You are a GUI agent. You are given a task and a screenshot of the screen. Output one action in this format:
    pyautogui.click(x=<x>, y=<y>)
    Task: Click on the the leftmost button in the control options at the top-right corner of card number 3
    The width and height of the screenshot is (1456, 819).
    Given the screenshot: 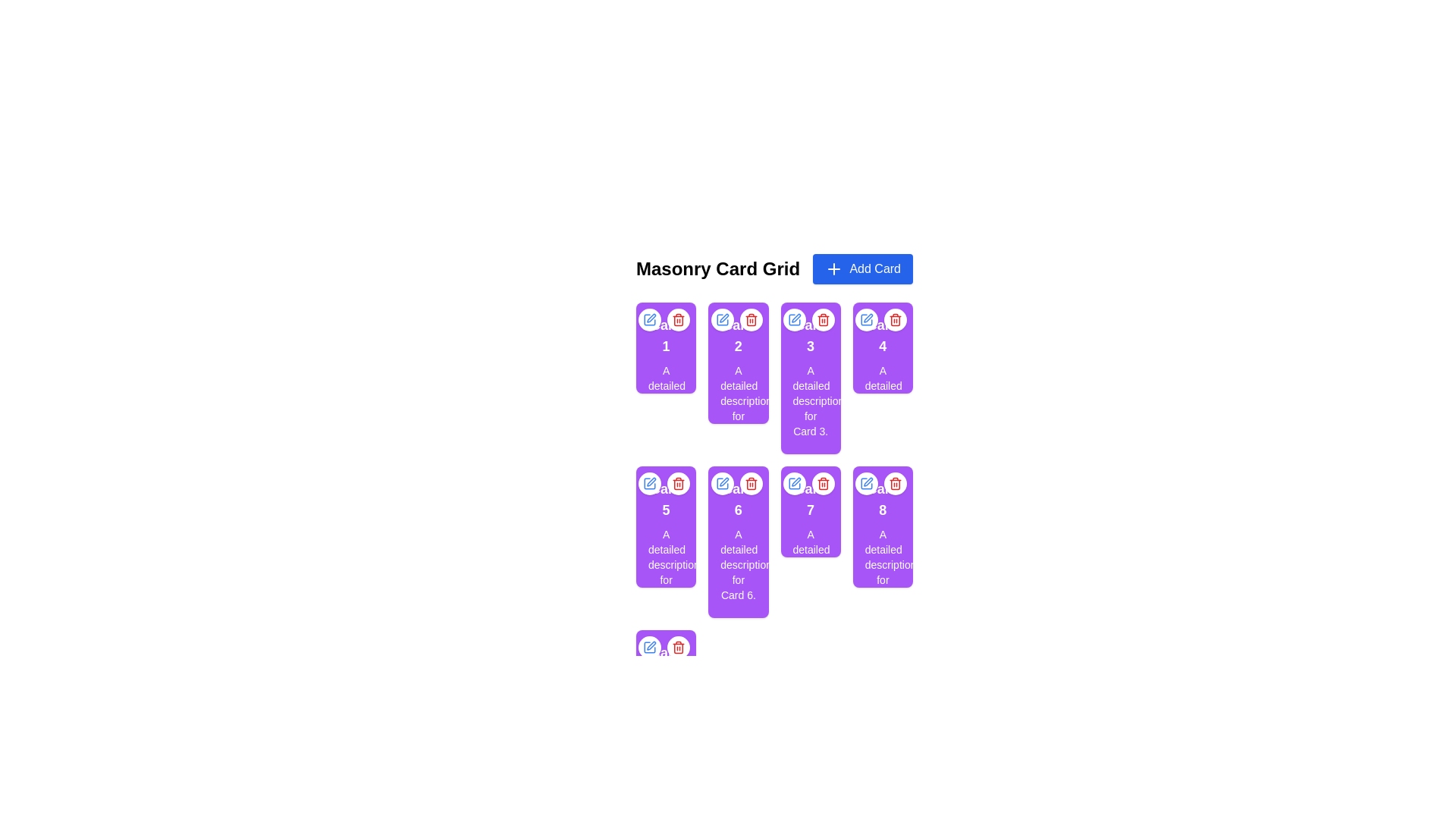 What is the action you would take?
    pyautogui.click(x=793, y=318)
    